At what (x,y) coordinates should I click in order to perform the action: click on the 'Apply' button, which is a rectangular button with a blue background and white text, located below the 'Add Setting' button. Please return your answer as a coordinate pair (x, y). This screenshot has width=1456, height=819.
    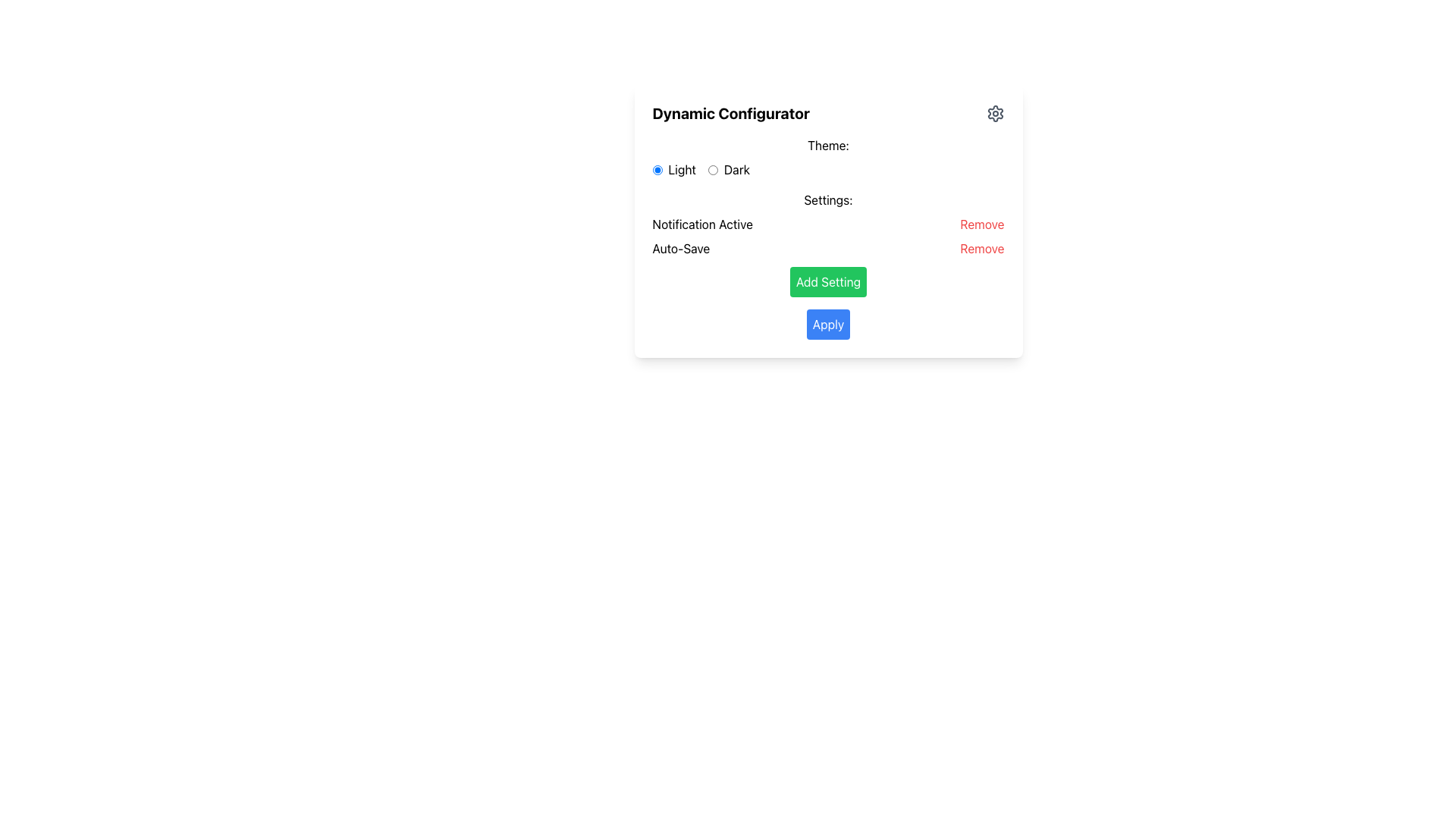
    Looking at the image, I should click on (827, 324).